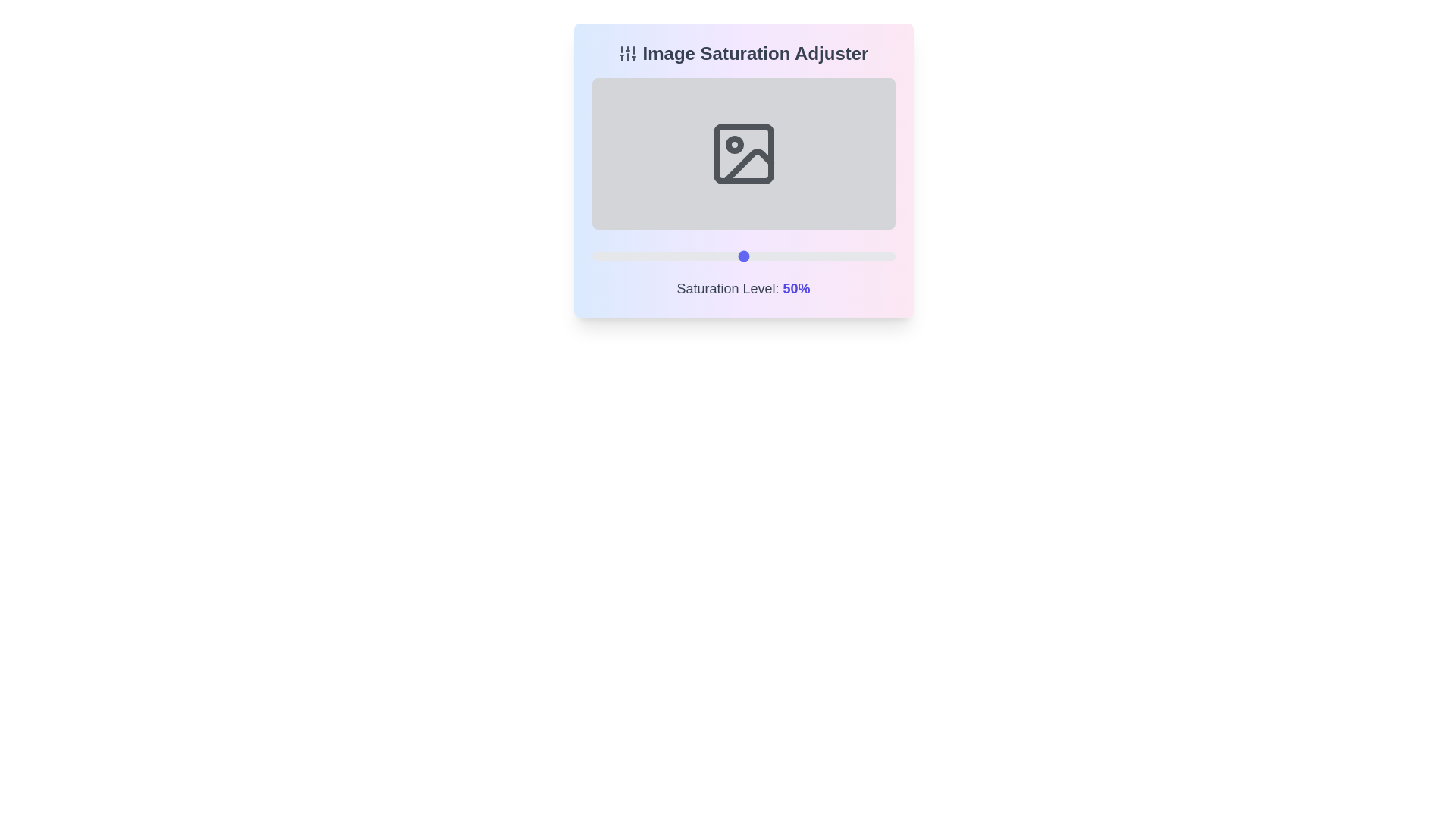 The width and height of the screenshot is (1456, 819). Describe the element at coordinates (724, 256) in the screenshot. I see `the saturation level to 44% by interacting with the slider` at that location.